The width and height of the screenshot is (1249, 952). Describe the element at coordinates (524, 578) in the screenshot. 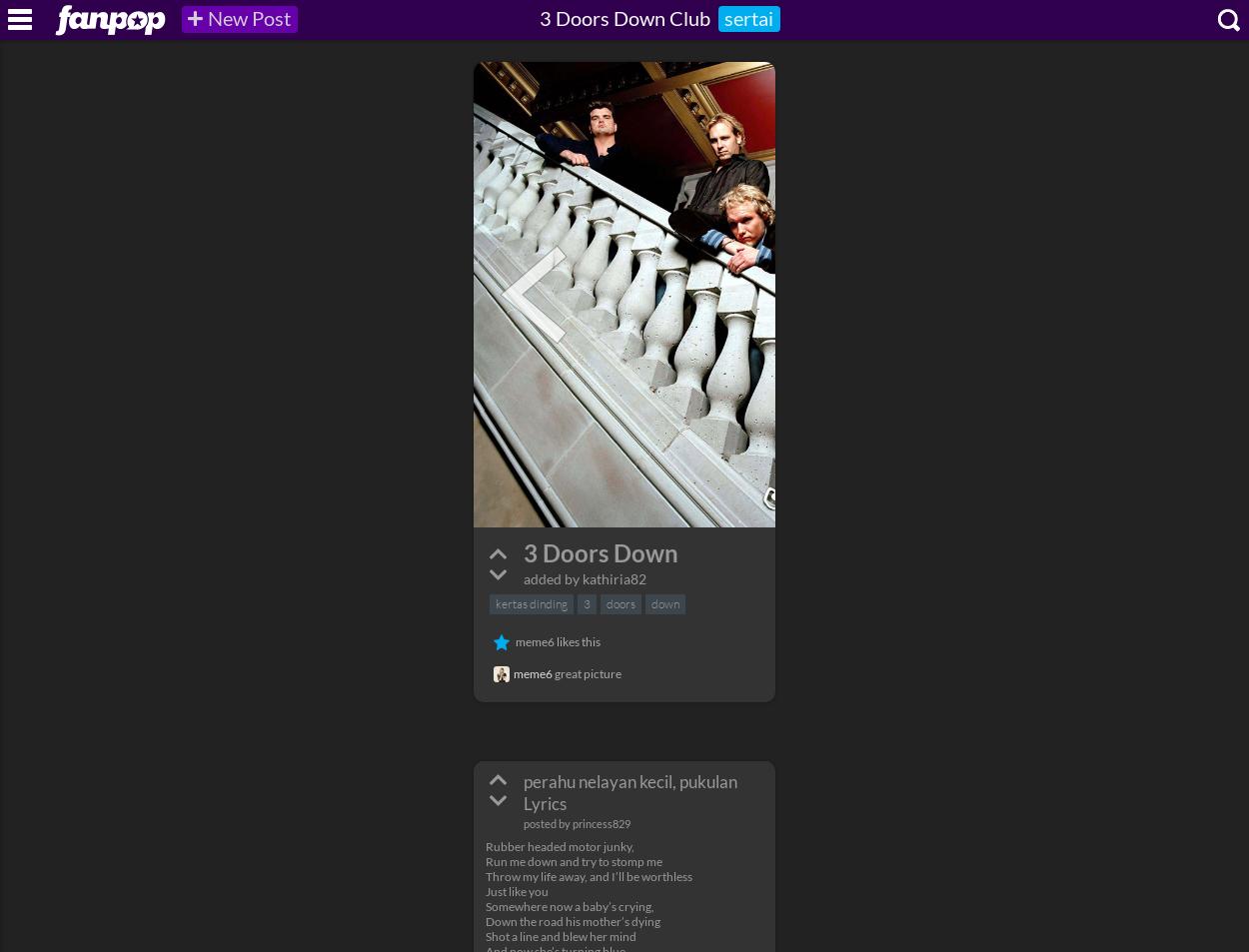

I see `'added by'` at that location.